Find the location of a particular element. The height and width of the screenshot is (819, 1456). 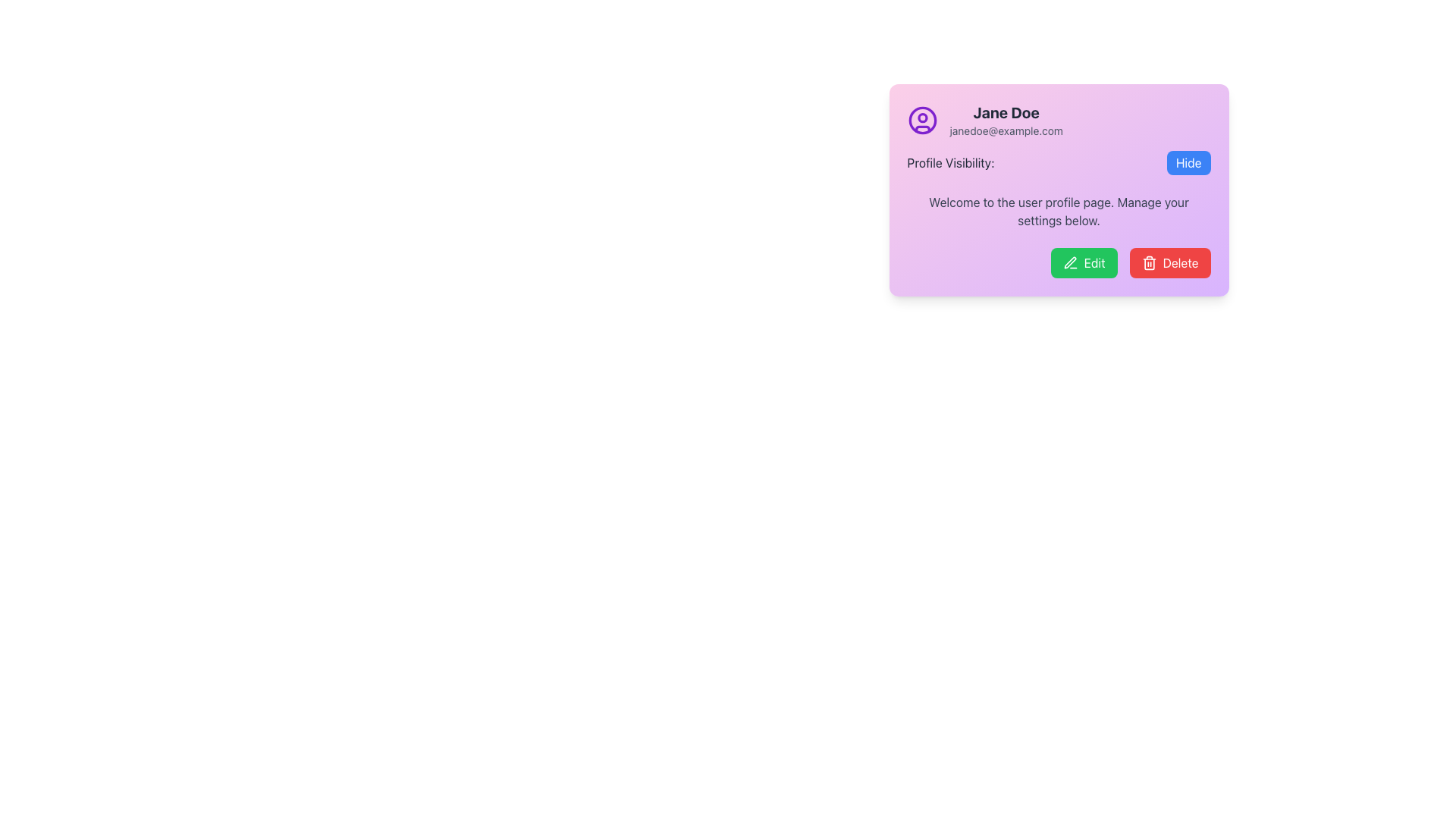

the 'Edit' icon which visually represents the 'Edit' action, located to the left of the text label 'Edit' is located at coordinates (1069, 262).